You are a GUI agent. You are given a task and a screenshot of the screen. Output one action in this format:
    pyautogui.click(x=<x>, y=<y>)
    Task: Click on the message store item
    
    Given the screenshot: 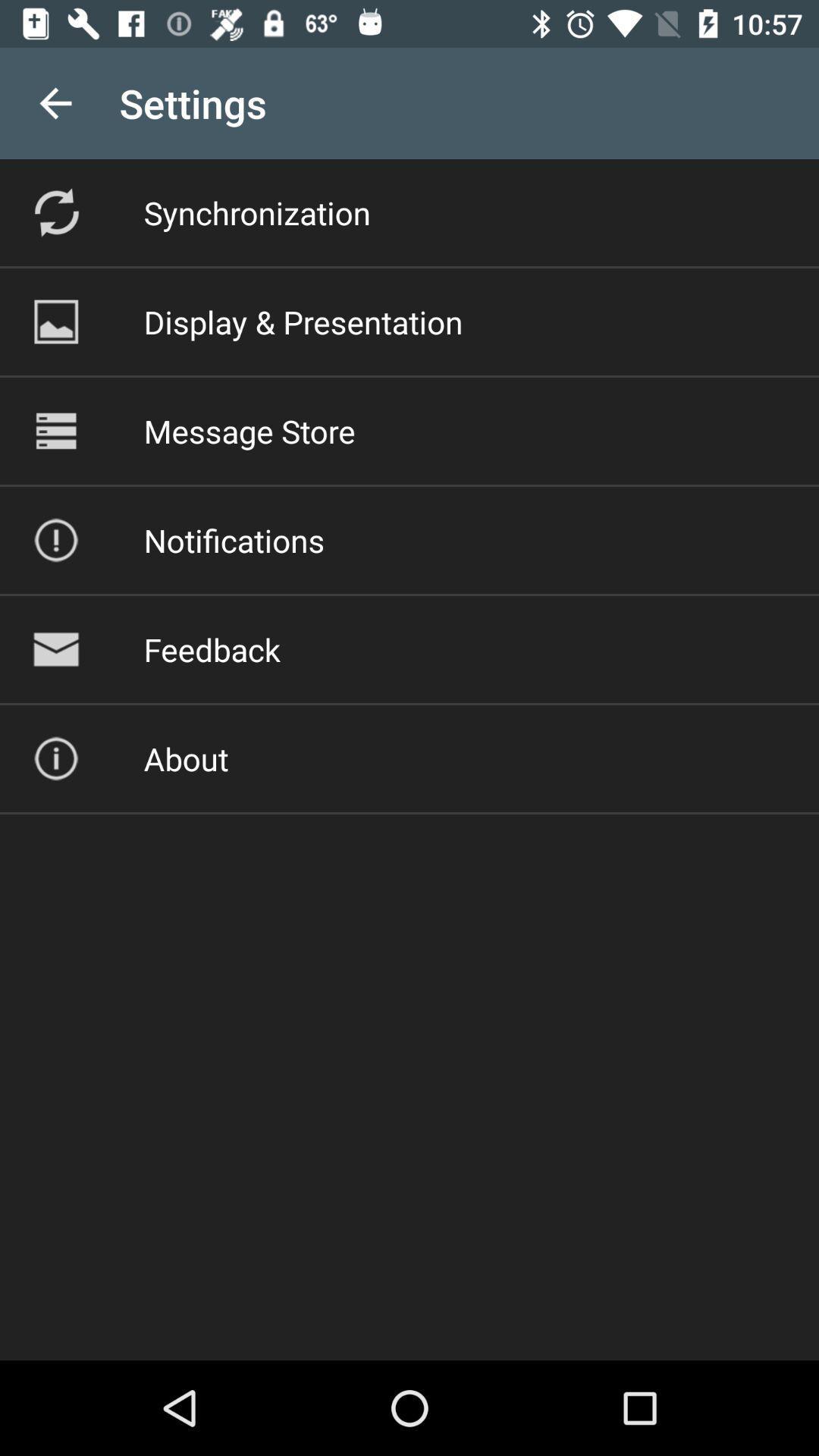 What is the action you would take?
    pyautogui.click(x=249, y=430)
    